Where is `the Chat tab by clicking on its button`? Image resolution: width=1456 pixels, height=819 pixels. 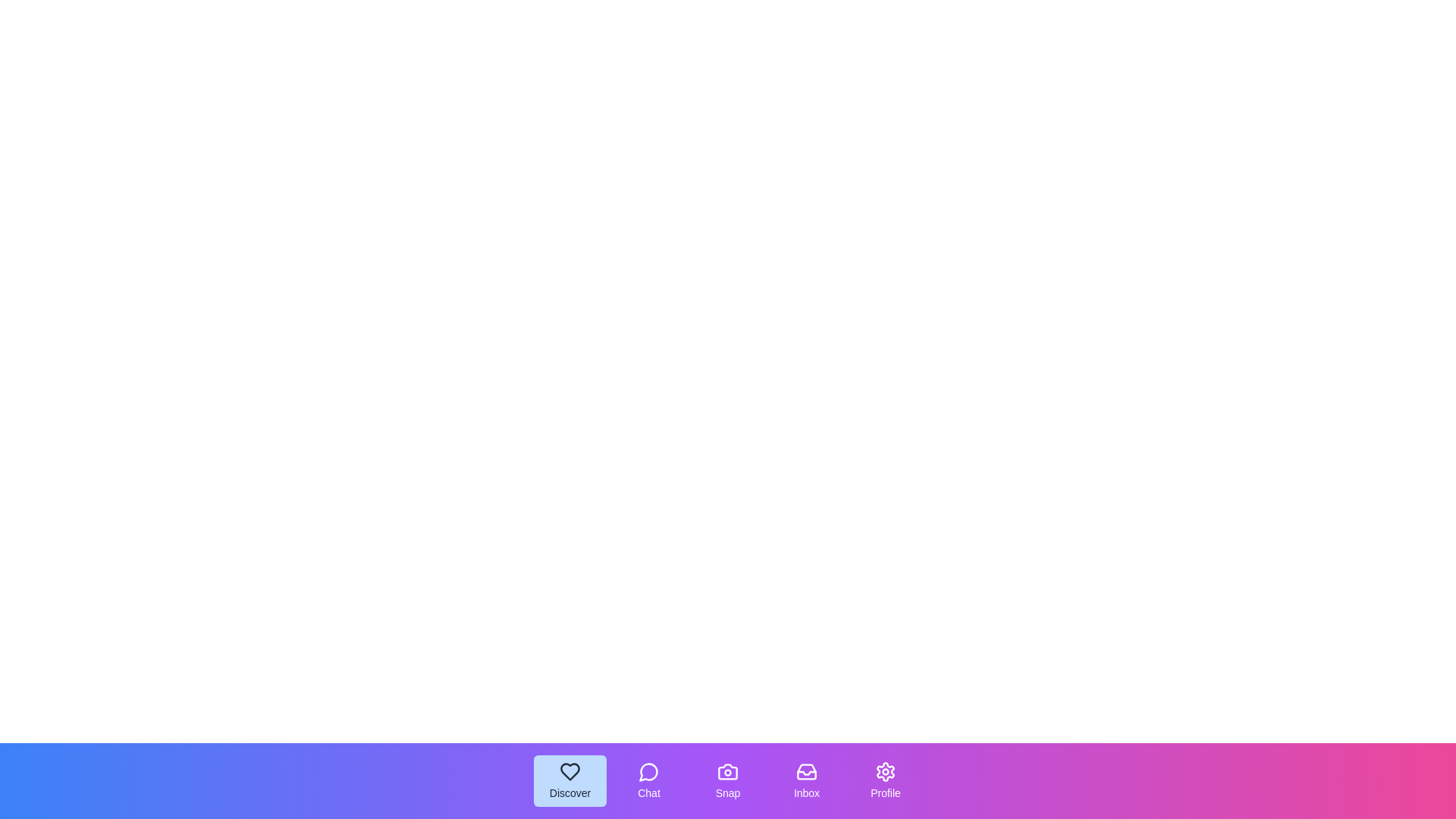 the Chat tab by clicking on its button is located at coordinates (648, 780).